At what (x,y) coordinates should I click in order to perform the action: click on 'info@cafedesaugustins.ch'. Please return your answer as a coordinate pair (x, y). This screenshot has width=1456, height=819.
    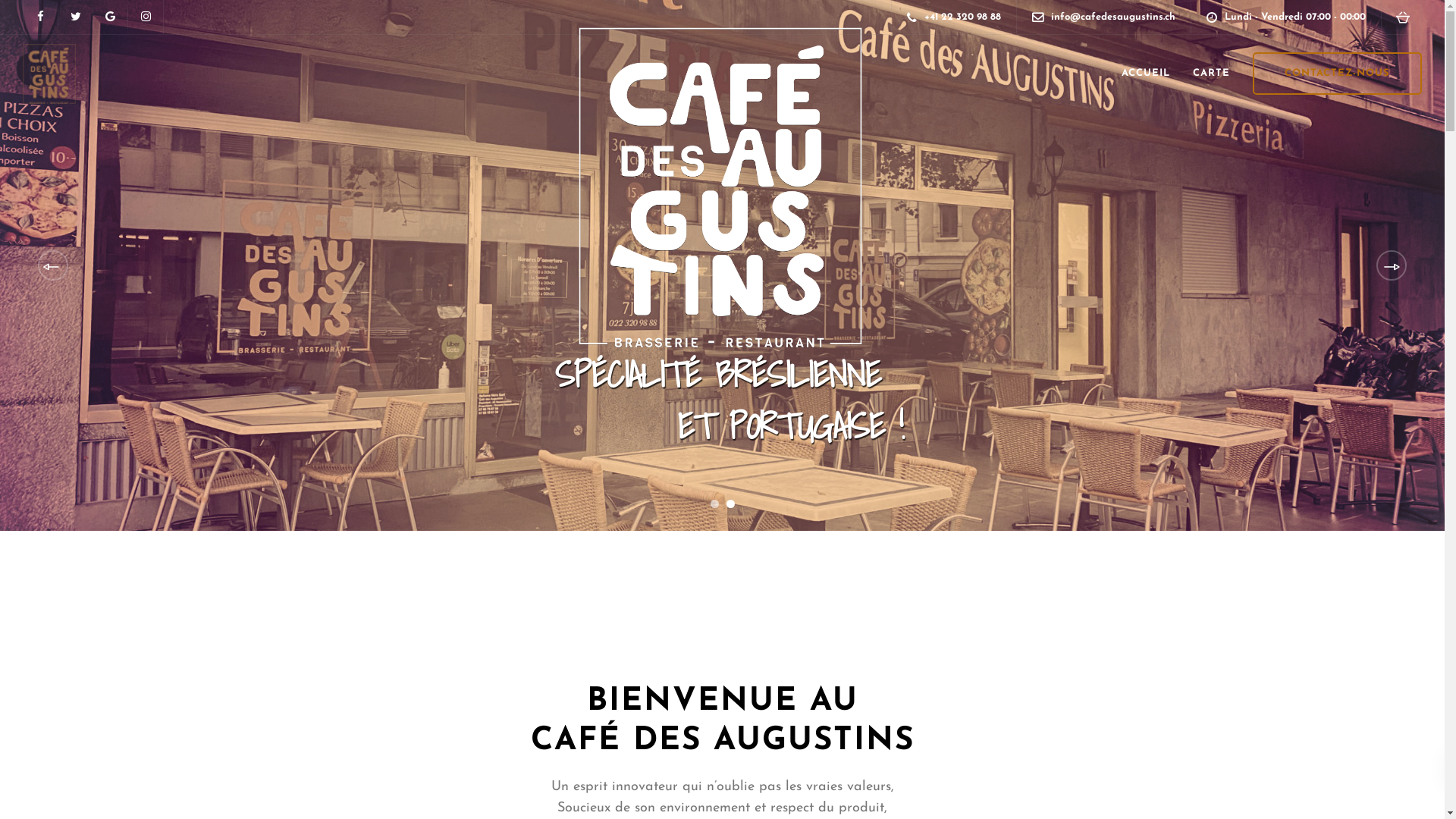
    Looking at the image, I should click on (1050, 17).